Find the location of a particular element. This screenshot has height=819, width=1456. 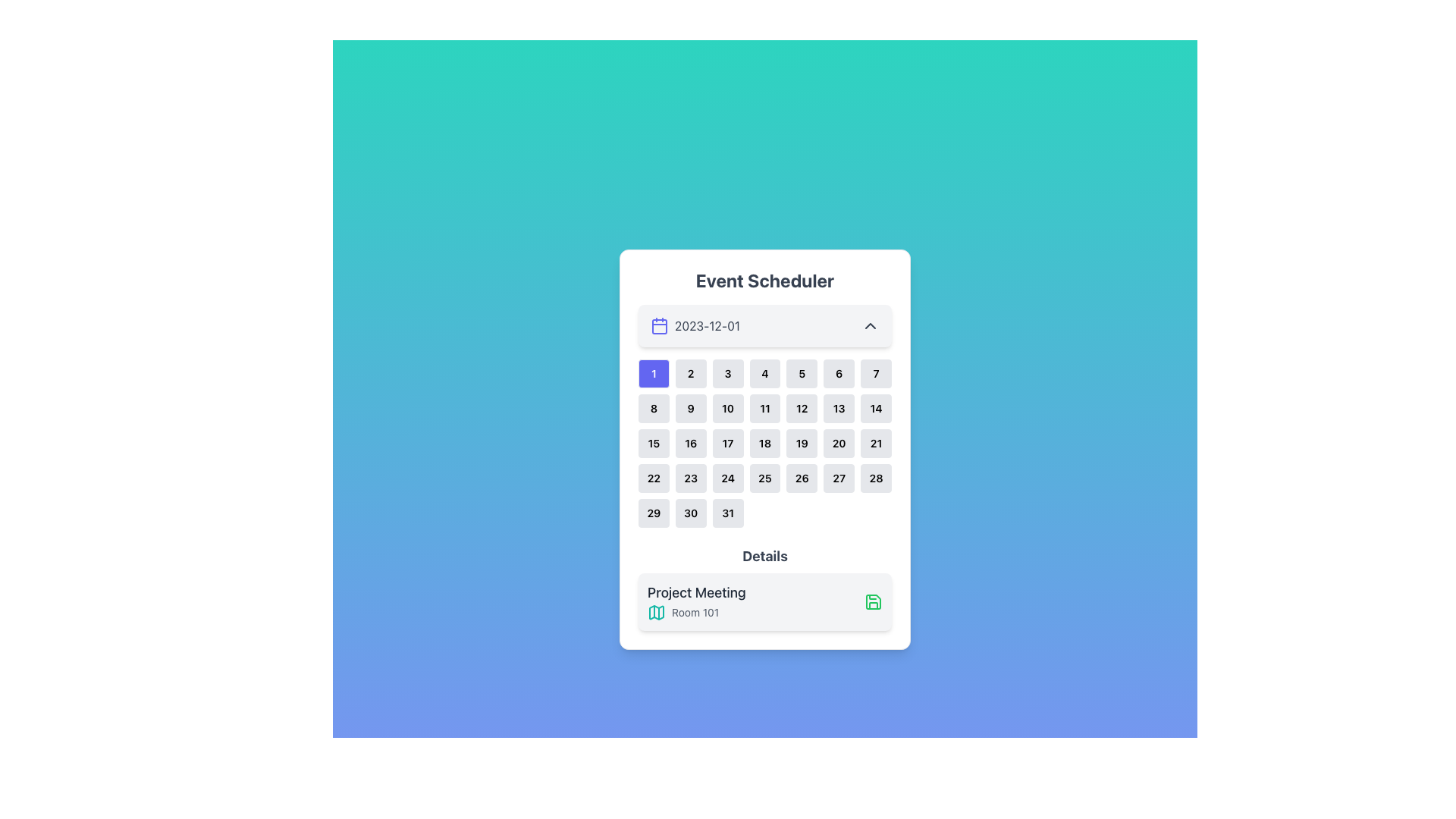

the button representing the 29th day of the month in the calendar widget is located at coordinates (654, 513).